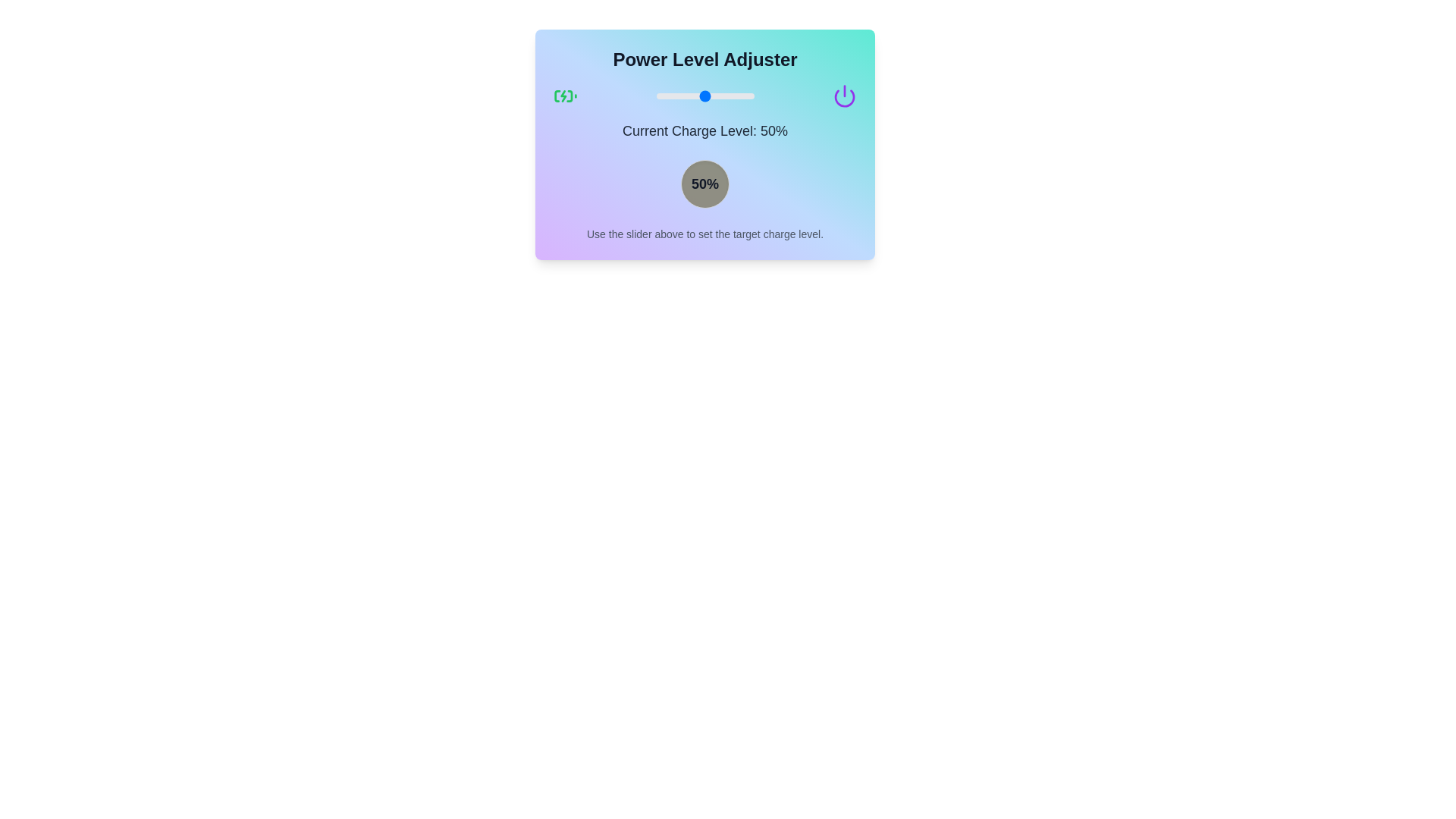 Image resolution: width=1456 pixels, height=819 pixels. Describe the element at coordinates (704, 96) in the screenshot. I see `the range slider located at the center of the card, which is positioned below the 'Power Level Adjuster' title and above the 'Current Charge Level: 50%' section` at that location.